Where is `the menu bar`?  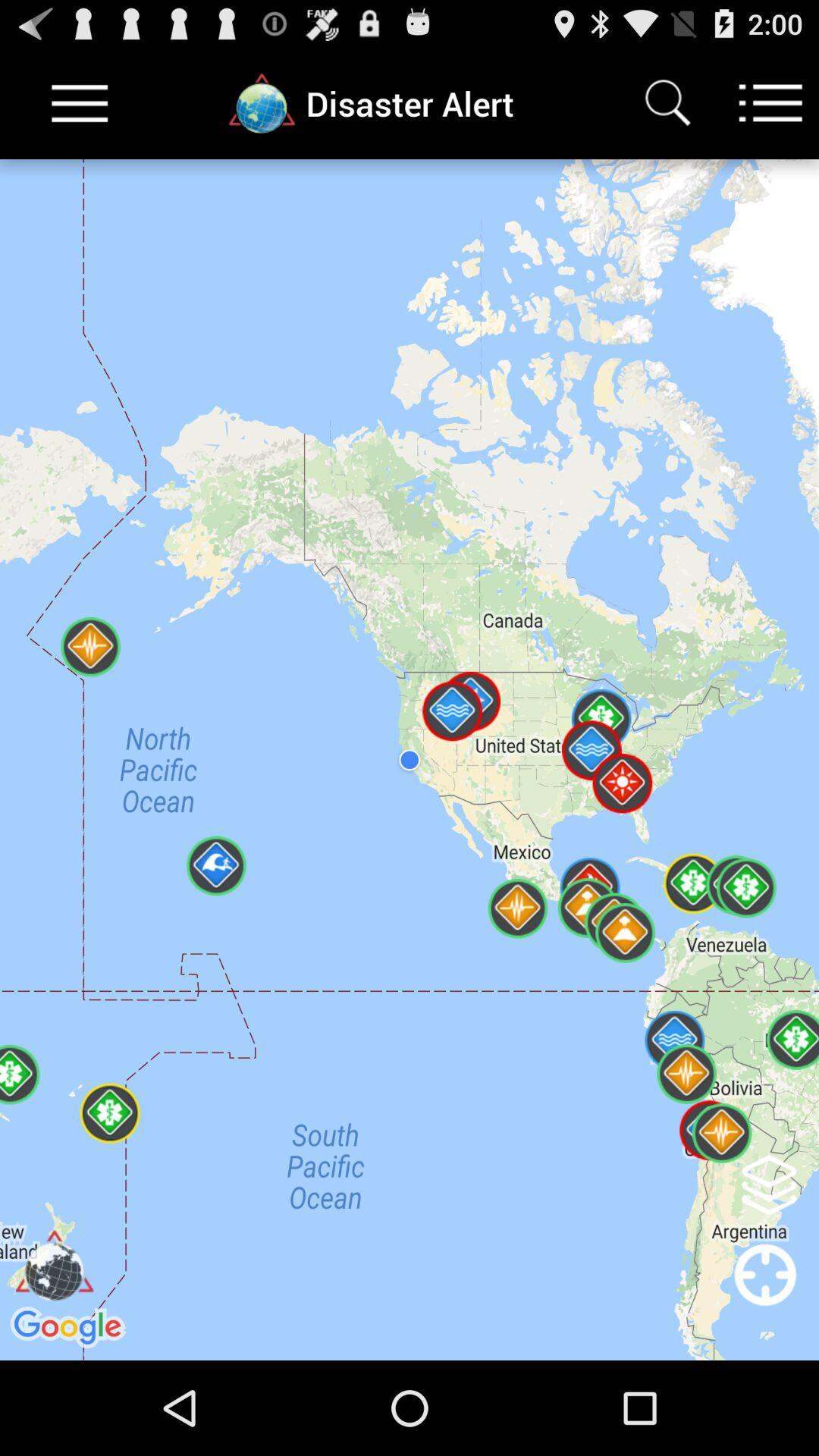 the menu bar is located at coordinates (80, 102).